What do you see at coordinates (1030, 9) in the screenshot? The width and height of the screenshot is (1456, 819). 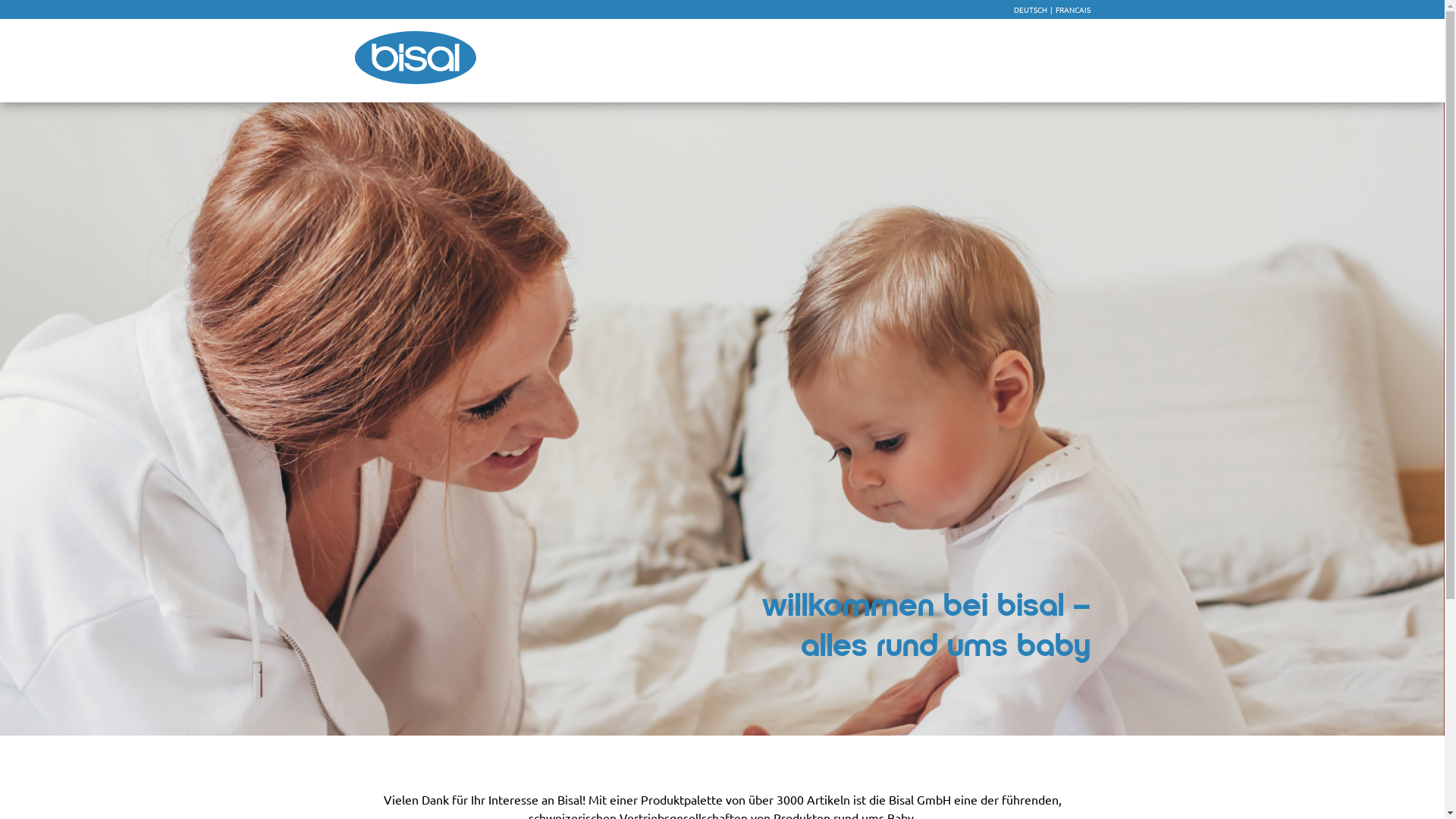 I see `'DEUTSCH'` at bounding box center [1030, 9].